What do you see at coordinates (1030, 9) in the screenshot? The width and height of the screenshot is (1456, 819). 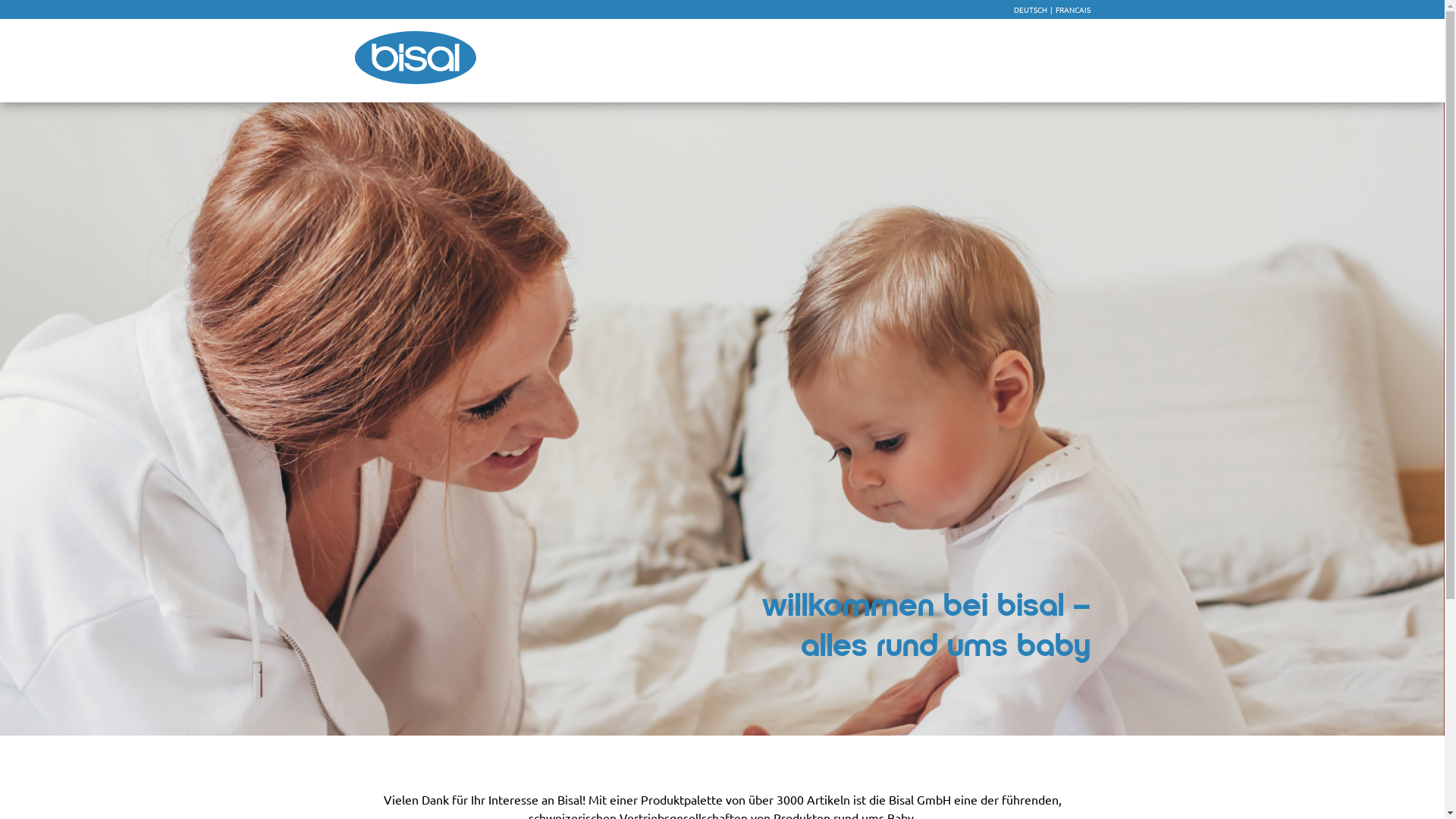 I see `'DEUTSCH'` at bounding box center [1030, 9].